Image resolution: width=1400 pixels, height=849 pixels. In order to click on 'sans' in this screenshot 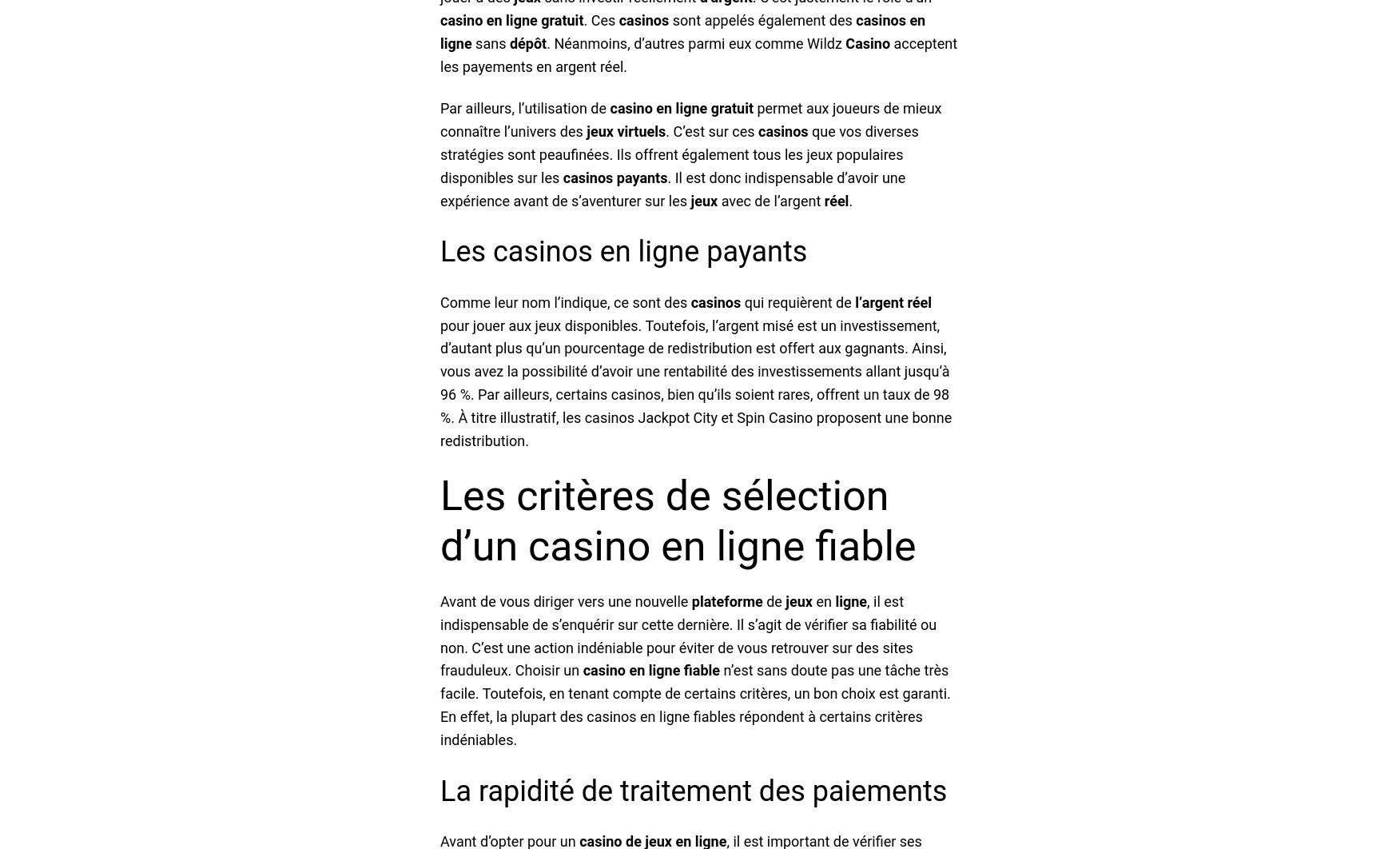, I will do `click(490, 42)`.